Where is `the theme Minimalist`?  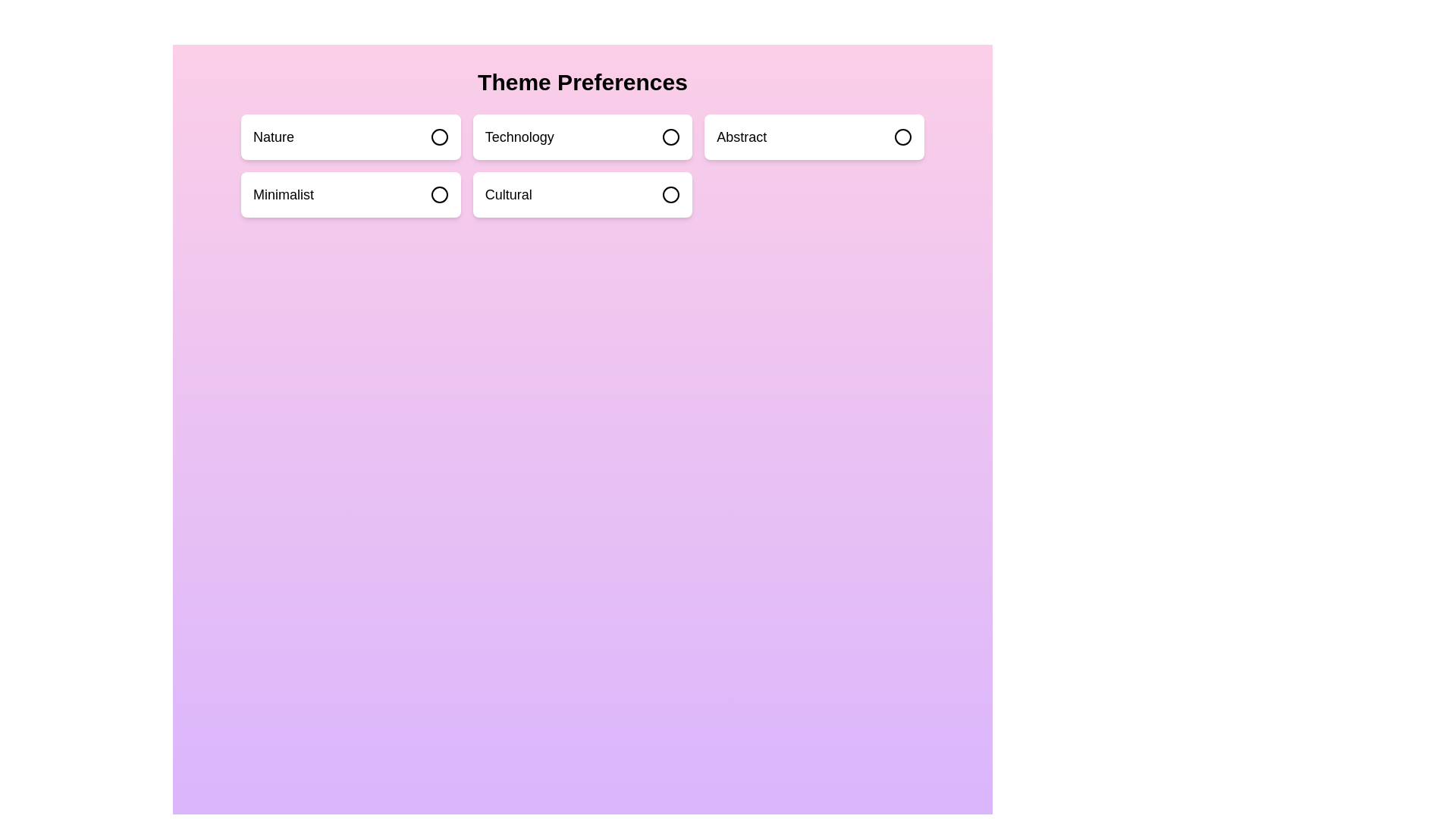
the theme Minimalist is located at coordinates (350, 194).